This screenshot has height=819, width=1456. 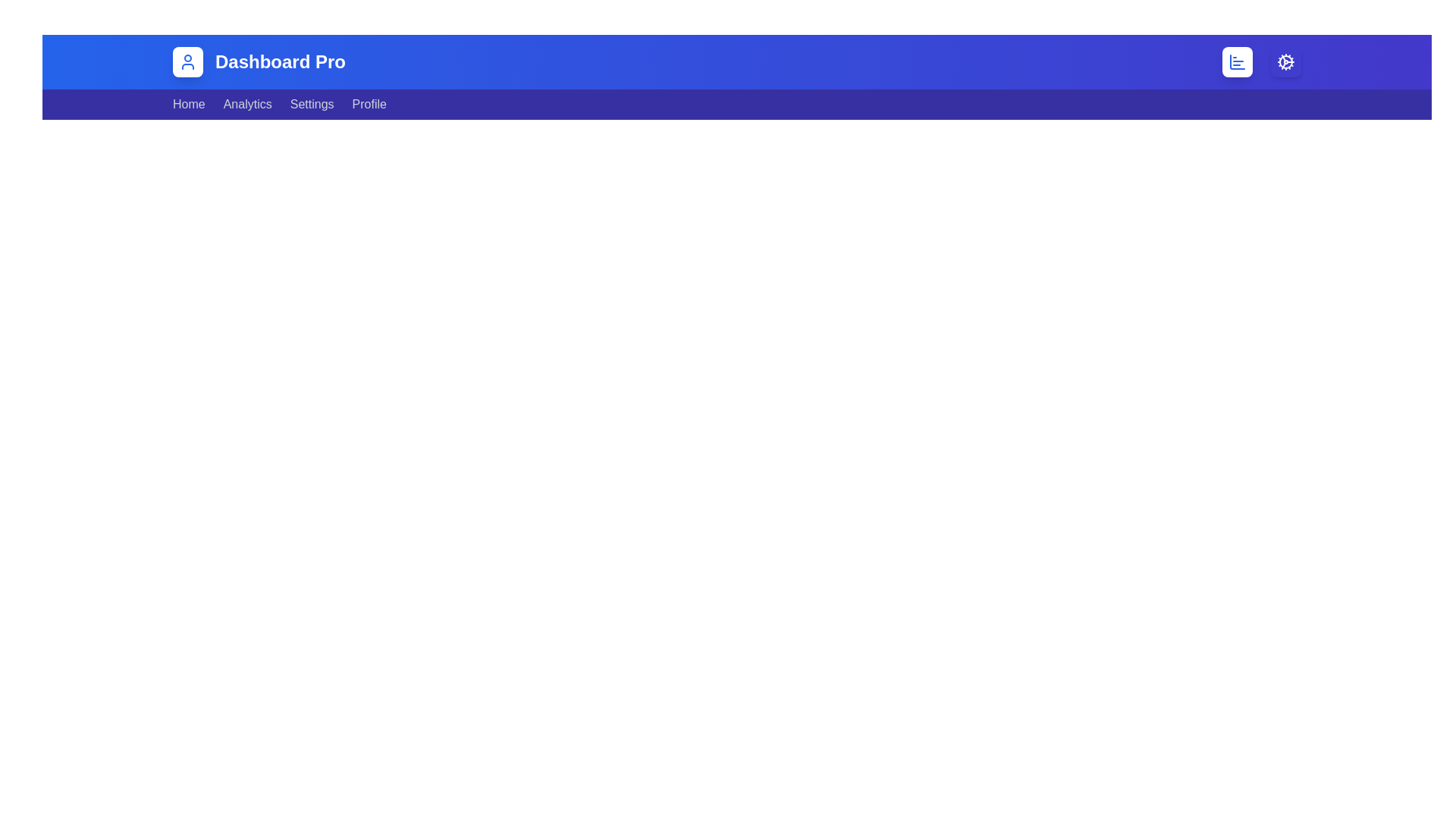 What do you see at coordinates (1285, 61) in the screenshot?
I see `the settings button` at bounding box center [1285, 61].